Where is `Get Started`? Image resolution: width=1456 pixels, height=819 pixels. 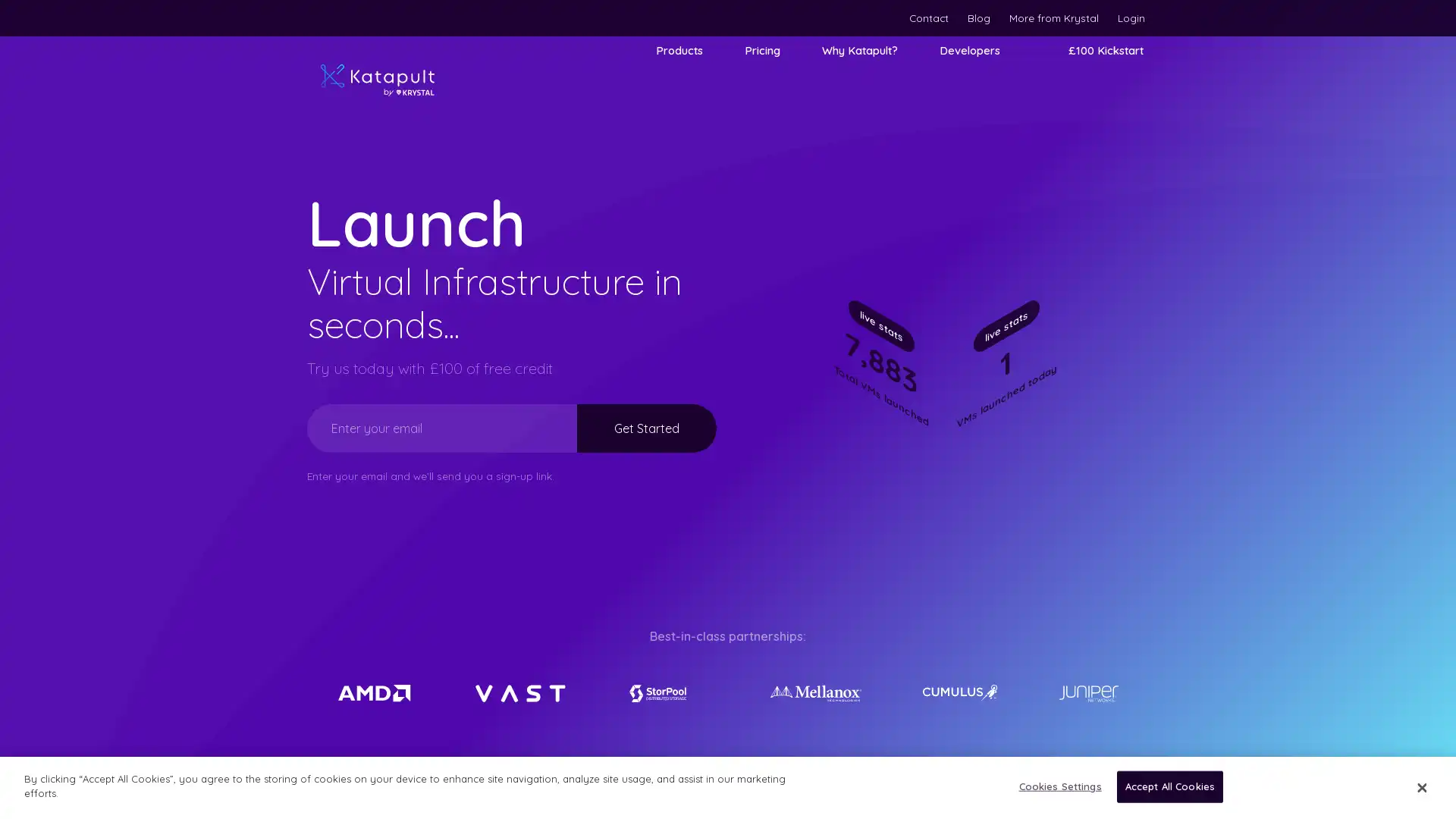
Get Started is located at coordinates (647, 427).